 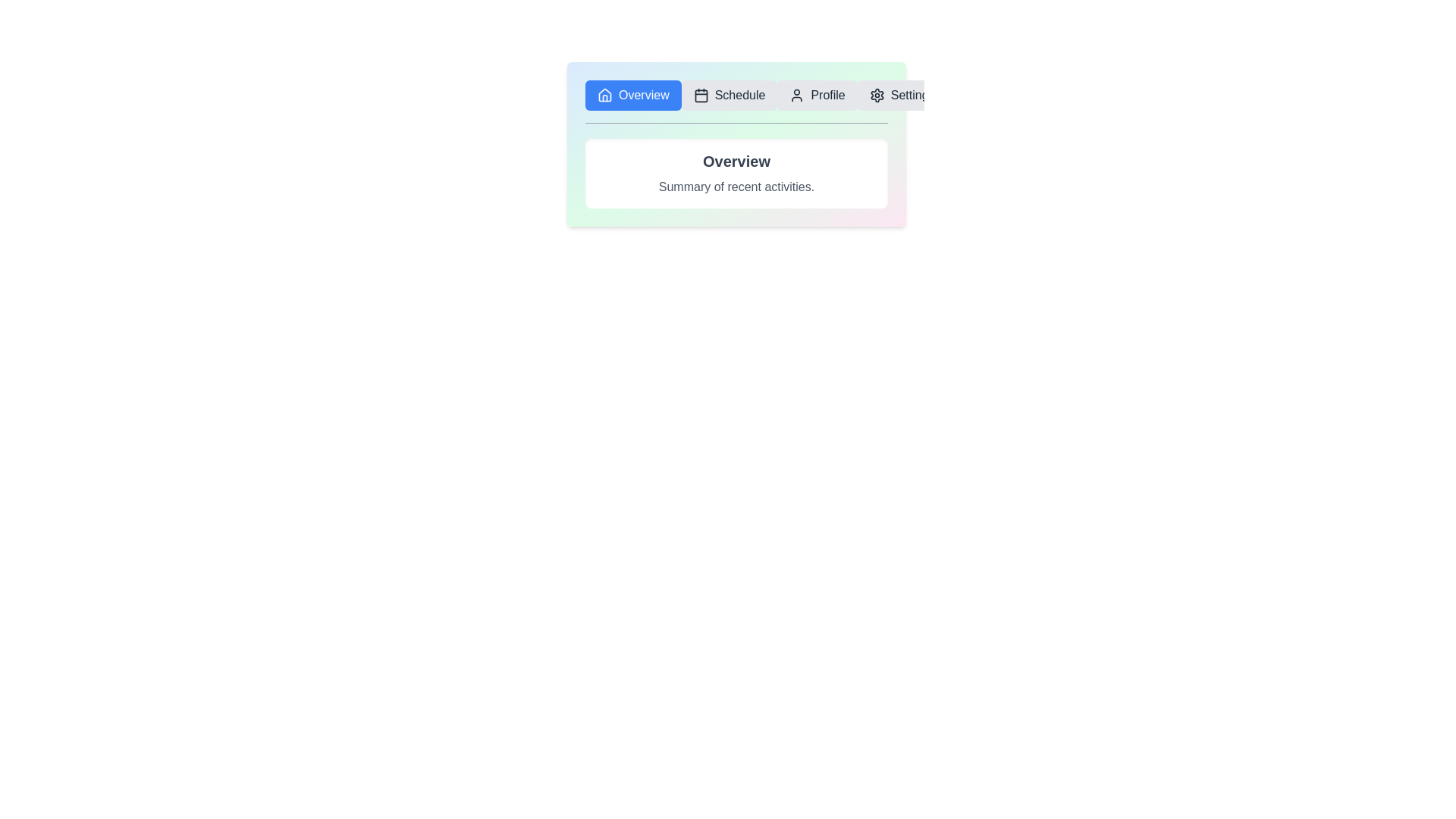 I want to click on the tab labeled Schedule, so click(x=730, y=96).